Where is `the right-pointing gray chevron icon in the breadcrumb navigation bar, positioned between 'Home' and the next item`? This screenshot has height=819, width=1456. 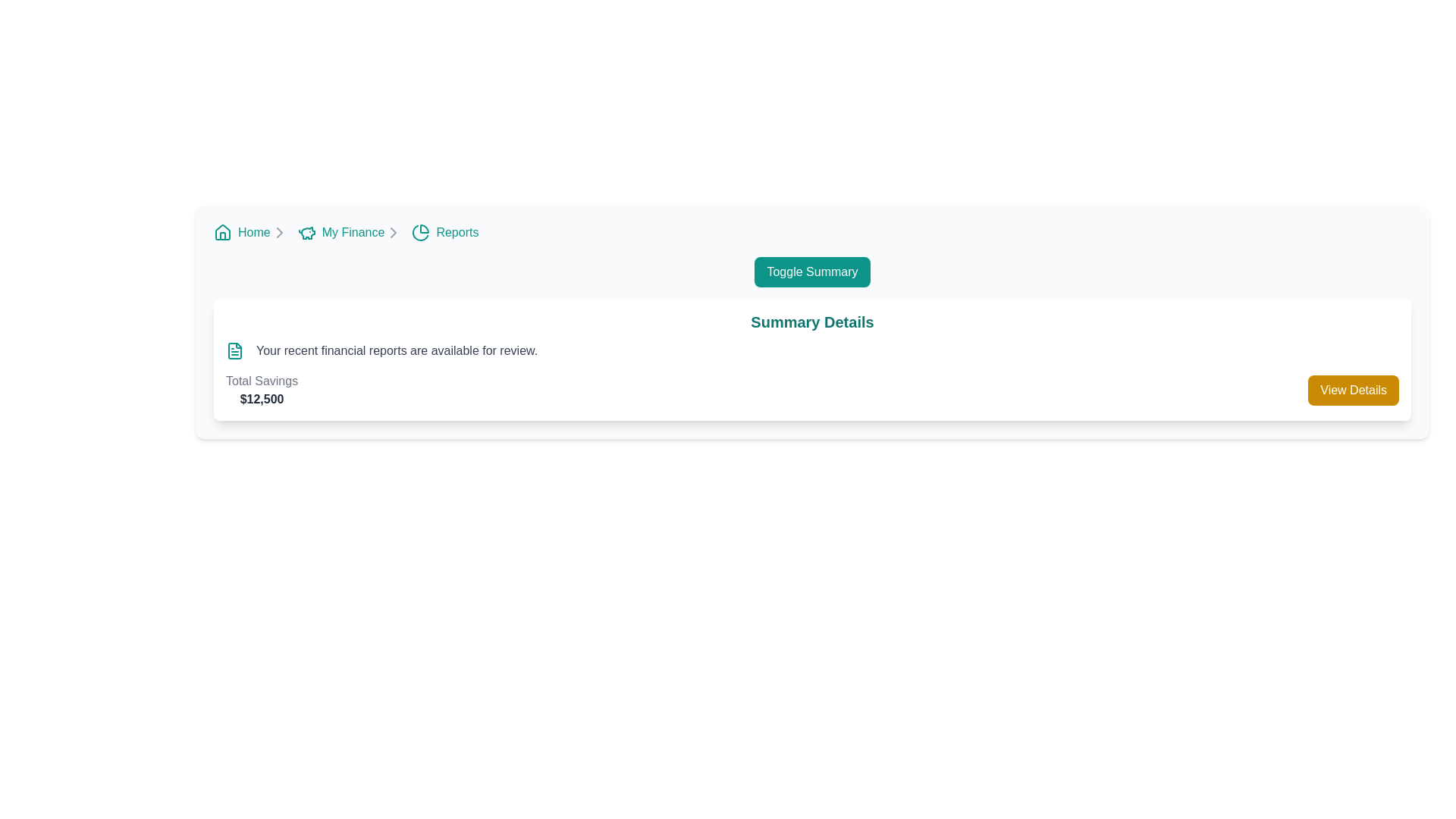 the right-pointing gray chevron icon in the breadcrumb navigation bar, positioned between 'Home' and the next item is located at coordinates (279, 233).